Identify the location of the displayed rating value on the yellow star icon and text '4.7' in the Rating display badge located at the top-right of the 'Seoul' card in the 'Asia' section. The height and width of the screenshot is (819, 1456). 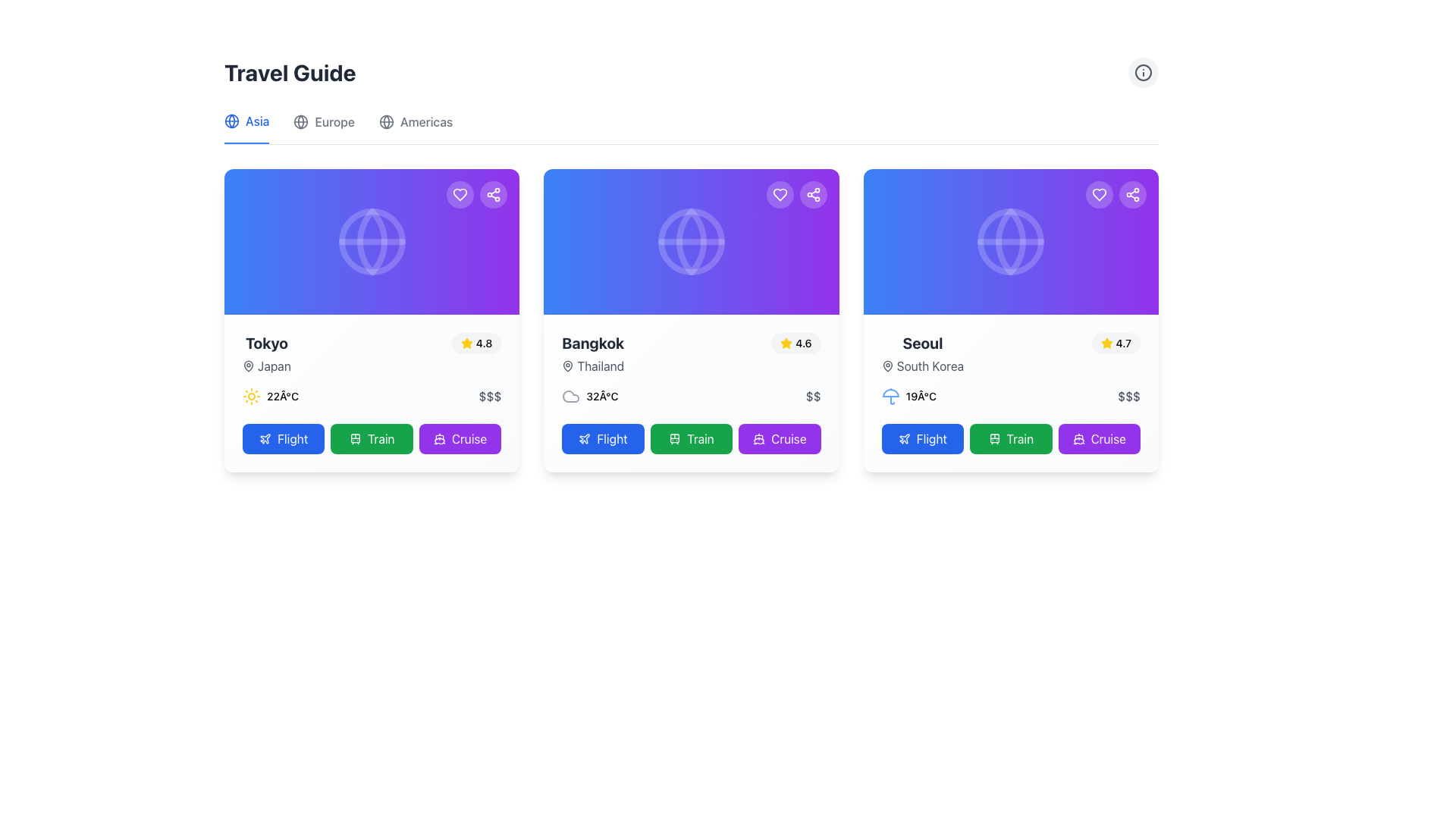
(1116, 343).